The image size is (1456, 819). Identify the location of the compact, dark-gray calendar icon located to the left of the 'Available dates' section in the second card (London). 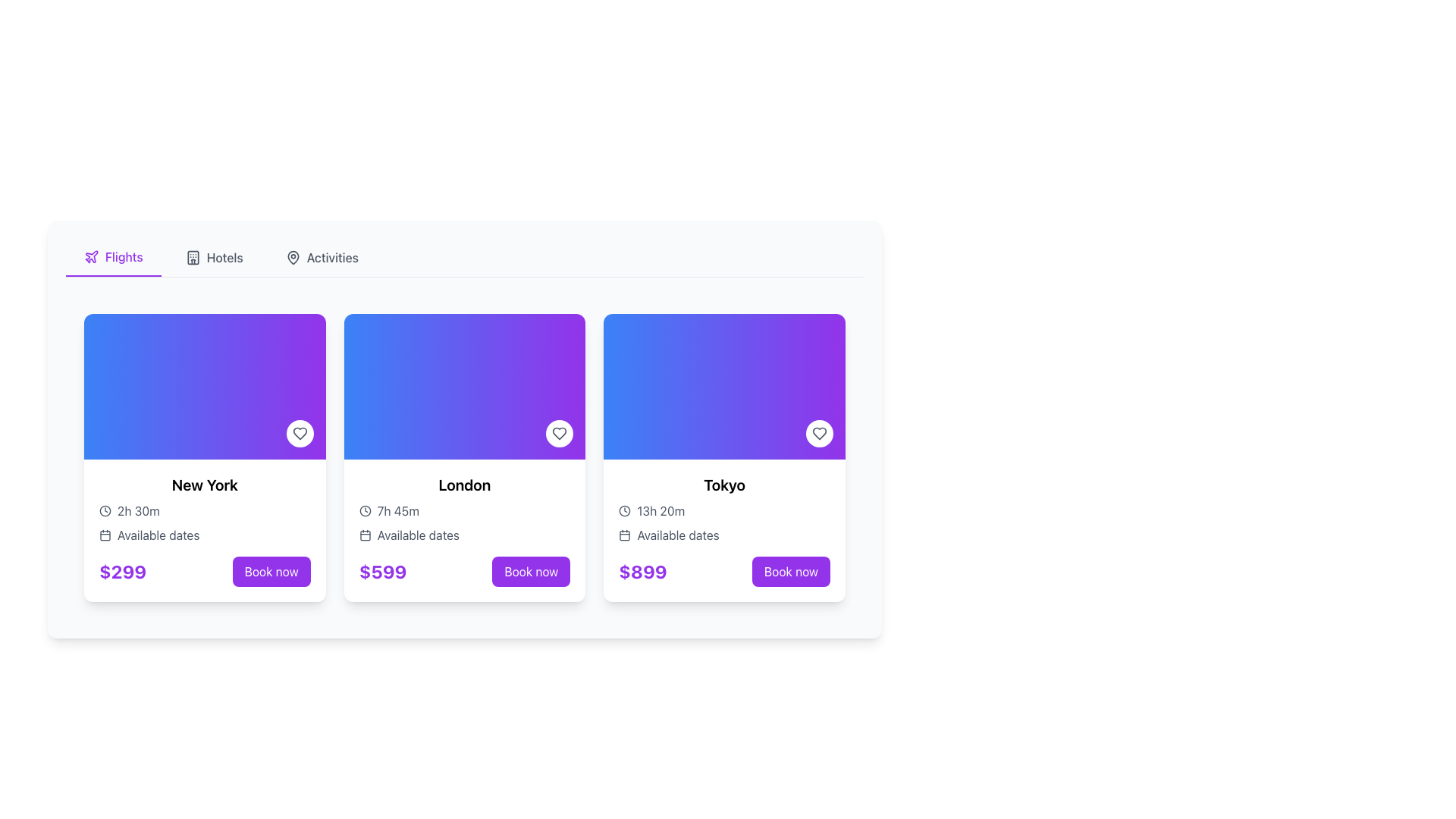
(365, 534).